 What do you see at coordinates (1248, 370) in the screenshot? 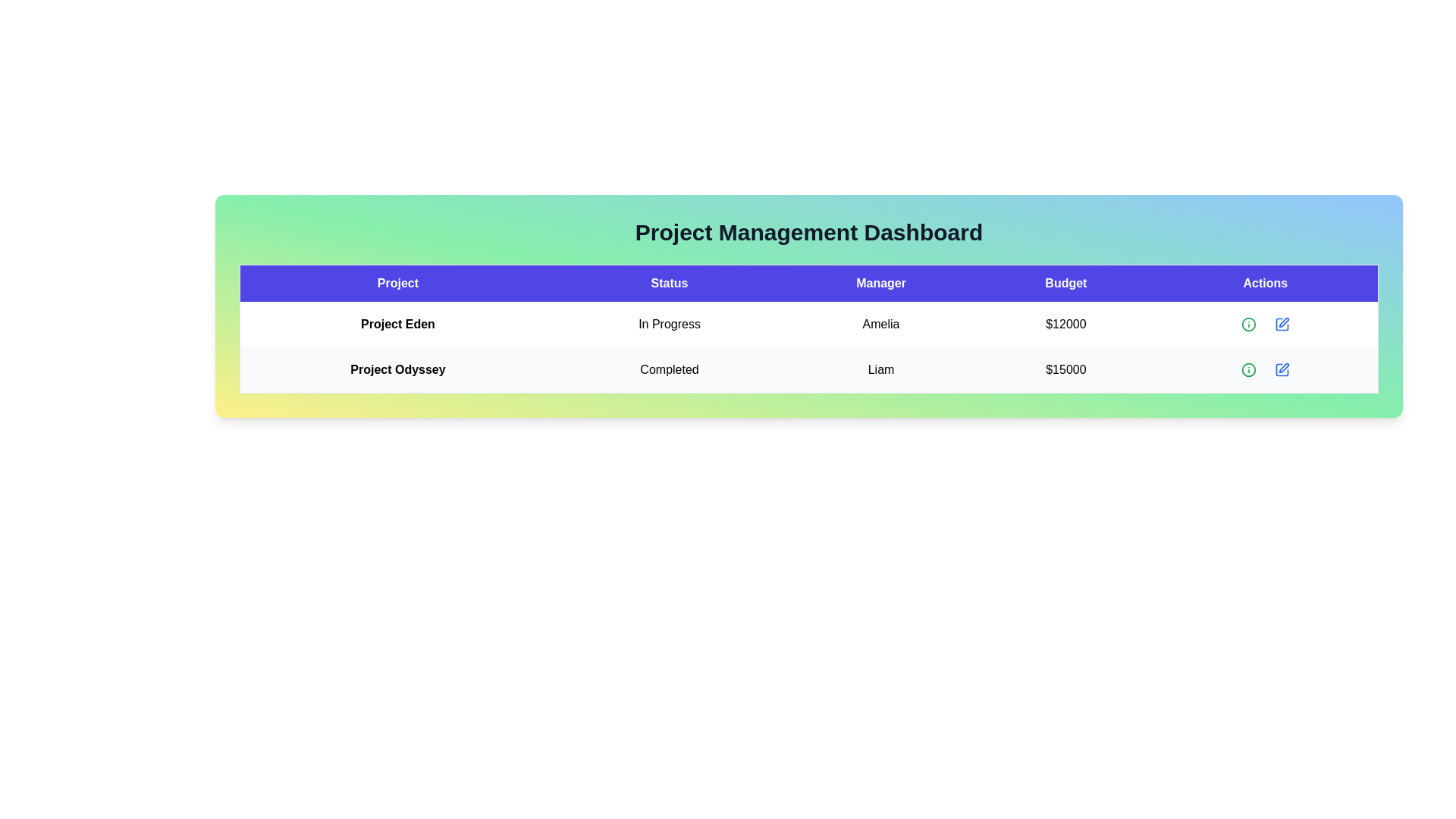
I see `the circular icon button with a green stroke and a centered exclamation mark located in the 'Actions' column of the second row in the table` at bounding box center [1248, 370].